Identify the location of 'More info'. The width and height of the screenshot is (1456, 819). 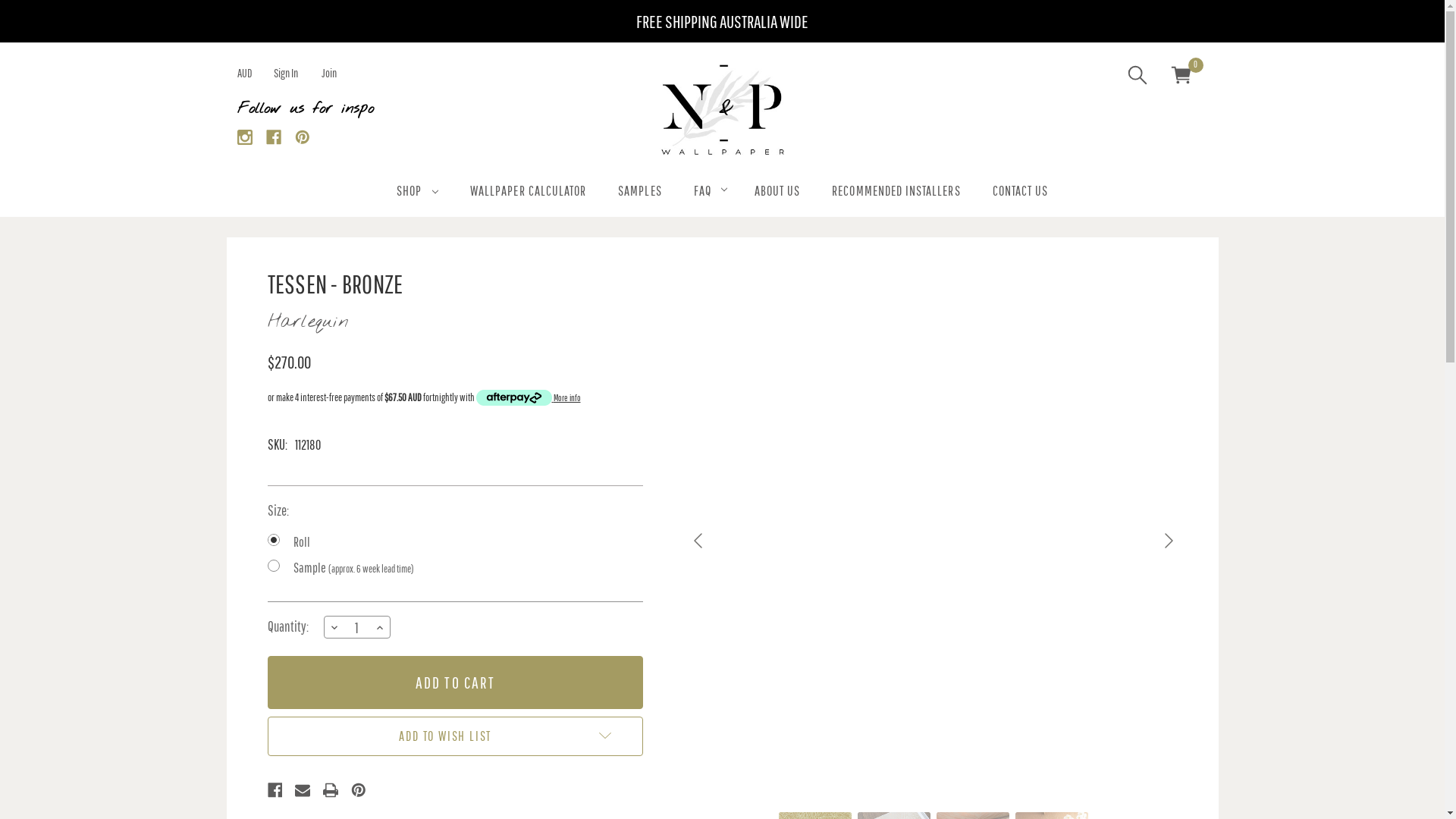
(528, 397).